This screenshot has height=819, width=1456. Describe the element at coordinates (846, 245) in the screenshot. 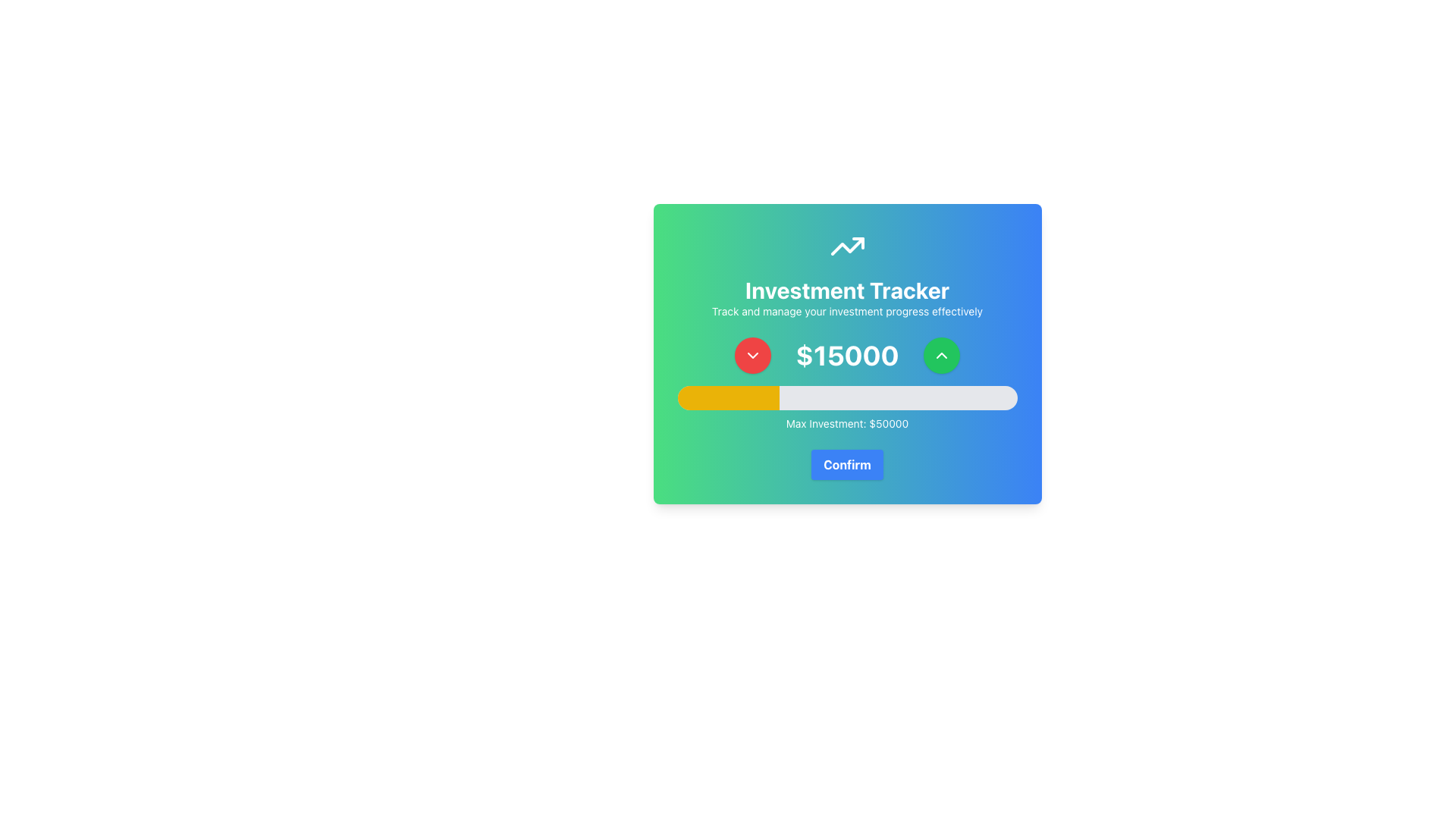

I see `the upward trend icon that signifies positive progression, located above the title text 'Investment Tracker' within the card` at that location.